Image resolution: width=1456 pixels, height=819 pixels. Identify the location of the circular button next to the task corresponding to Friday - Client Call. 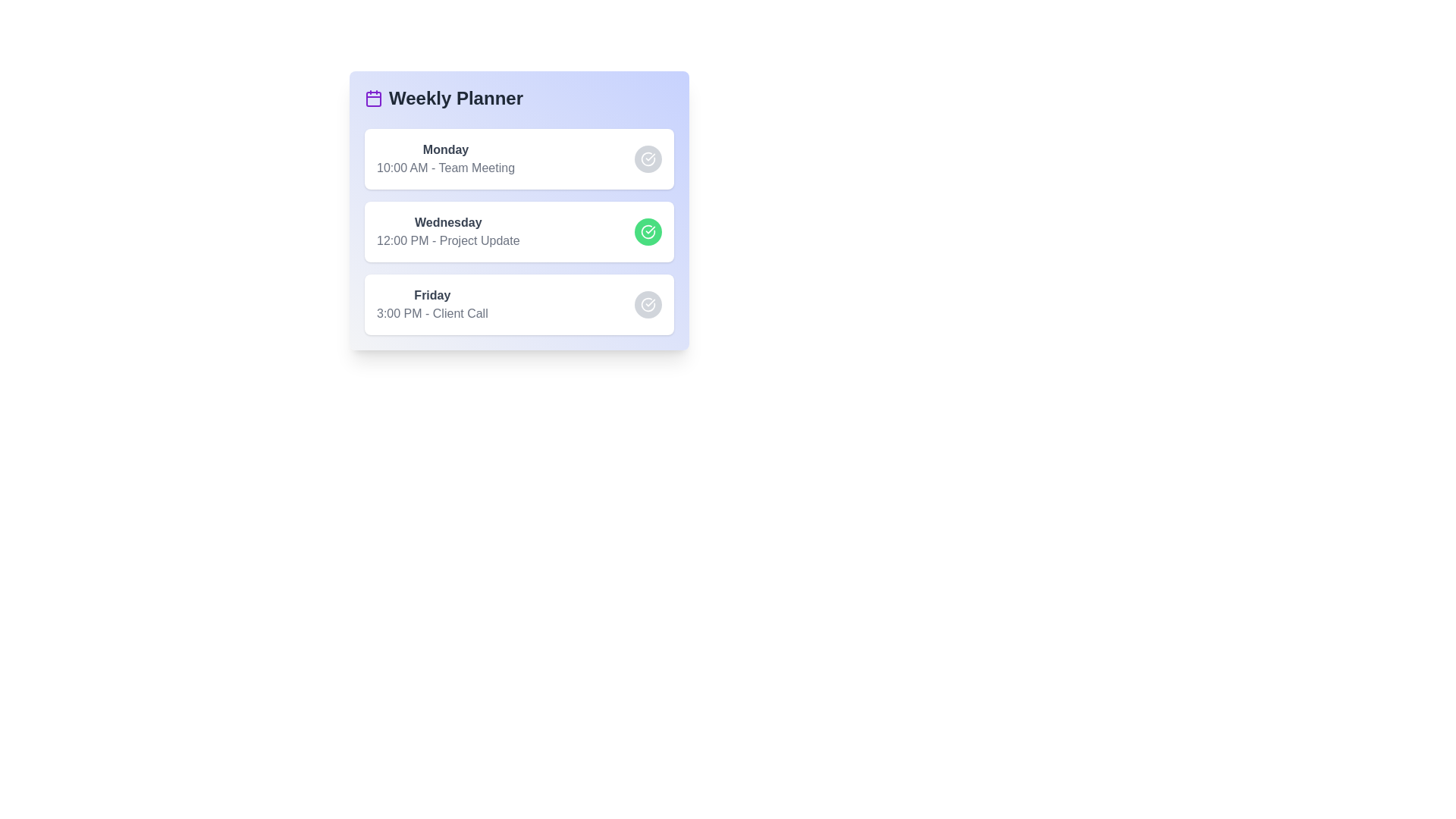
(648, 304).